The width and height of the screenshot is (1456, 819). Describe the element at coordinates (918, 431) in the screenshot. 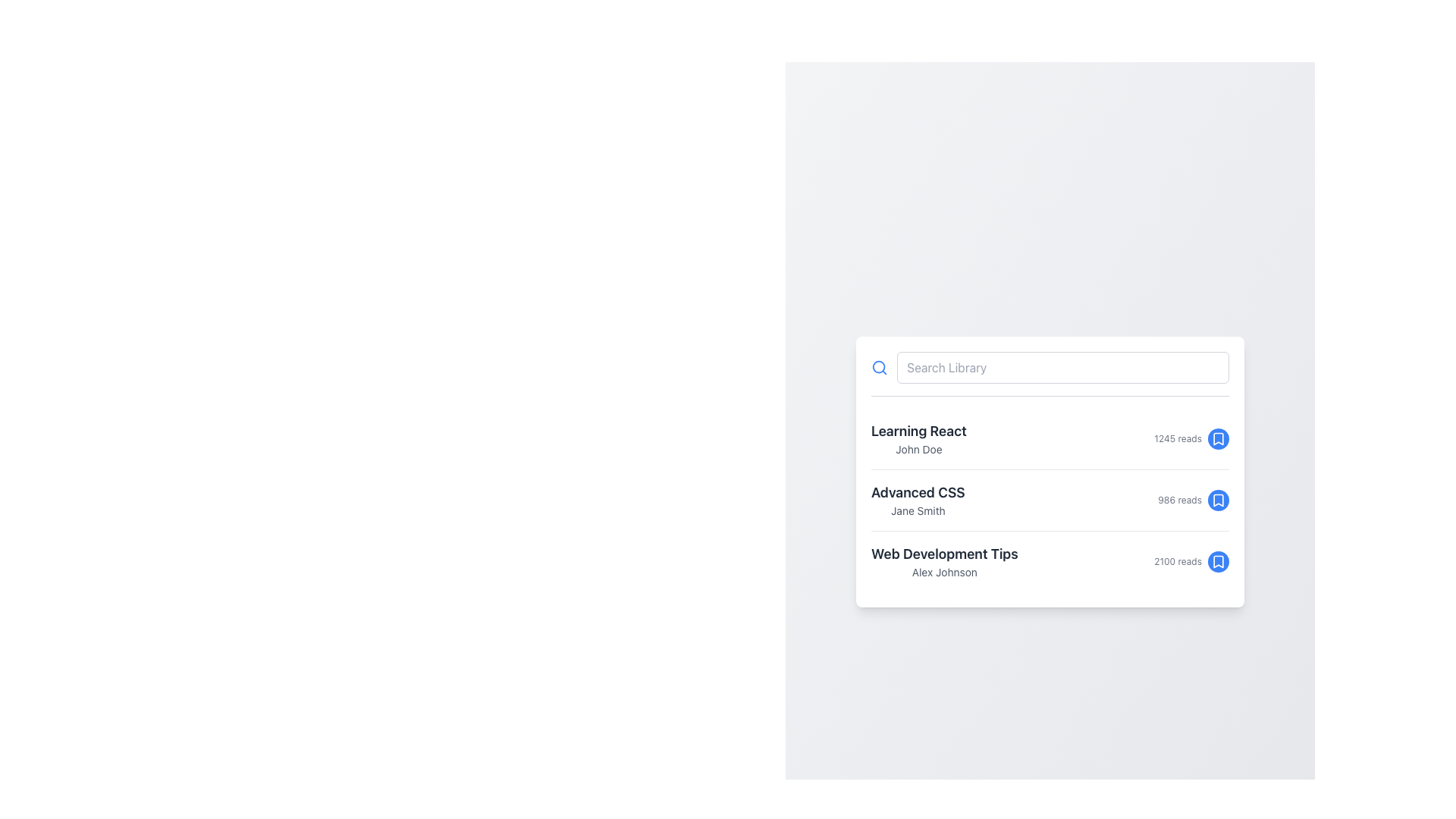

I see `the Text Label that serves as the title for the first list item, located above the 'John Doe' label` at that location.